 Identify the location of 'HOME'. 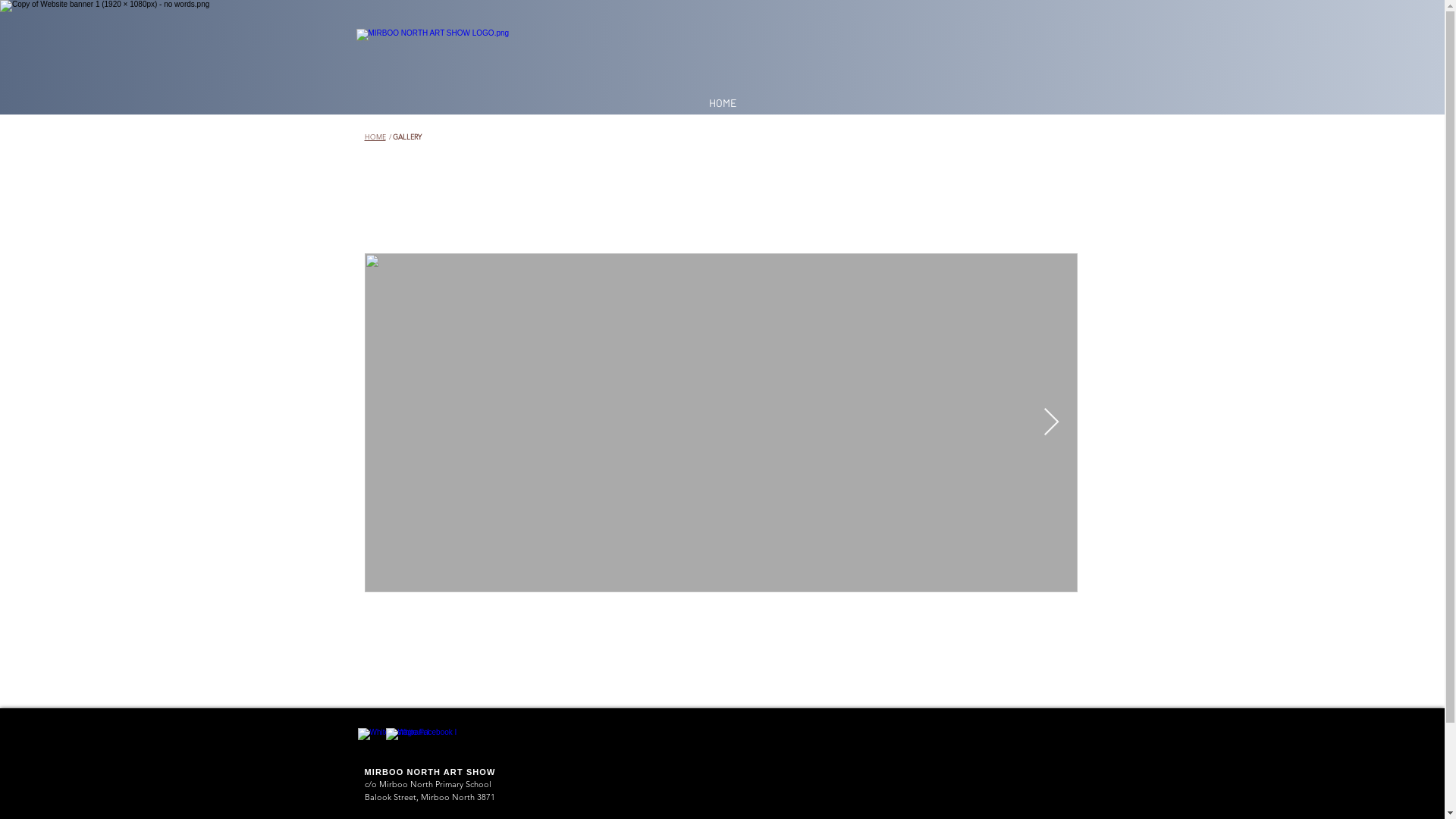
(375, 136).